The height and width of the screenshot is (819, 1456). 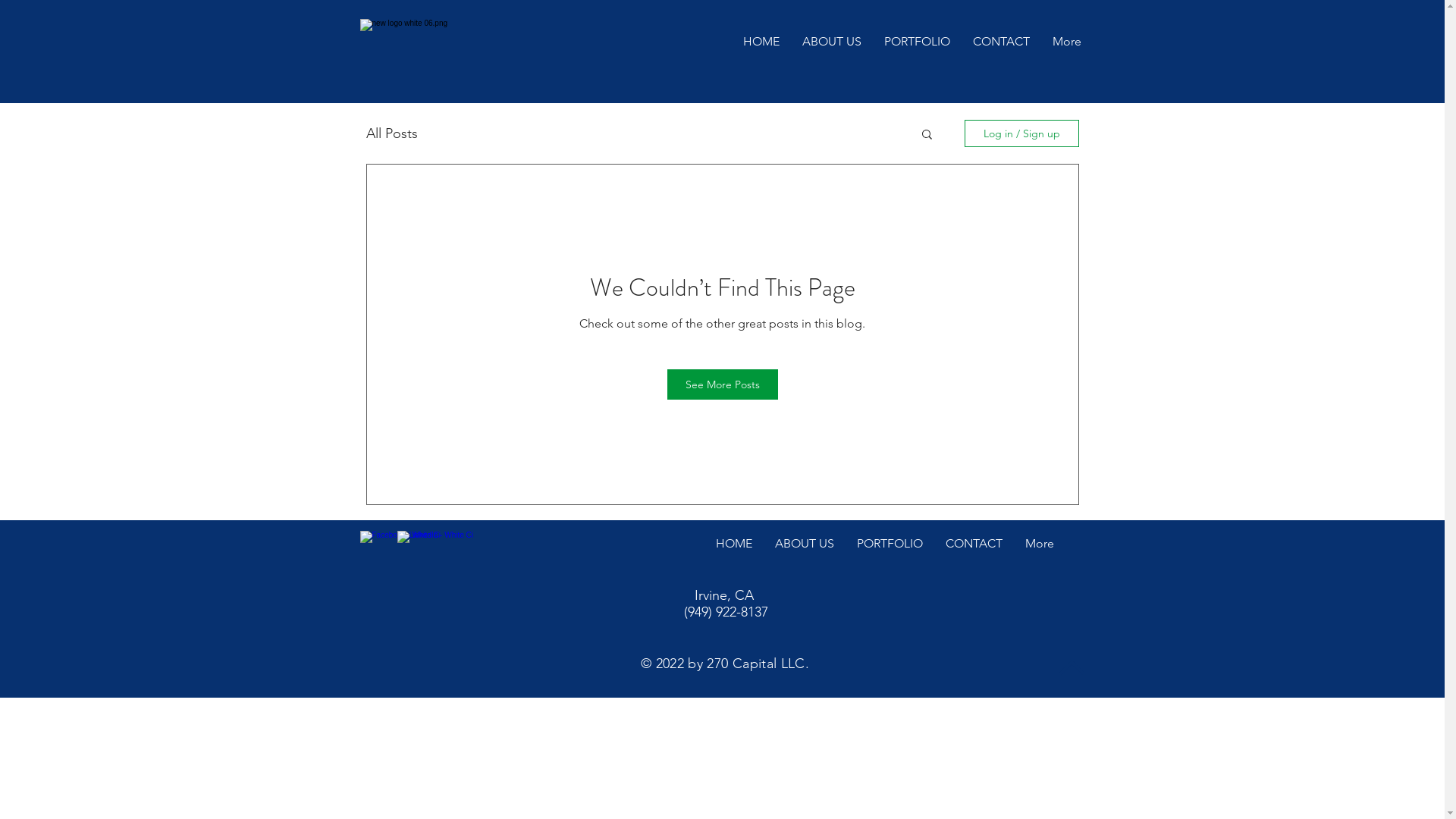 I want to click on 'PORTFOLIO', so click(x=889, y=544).